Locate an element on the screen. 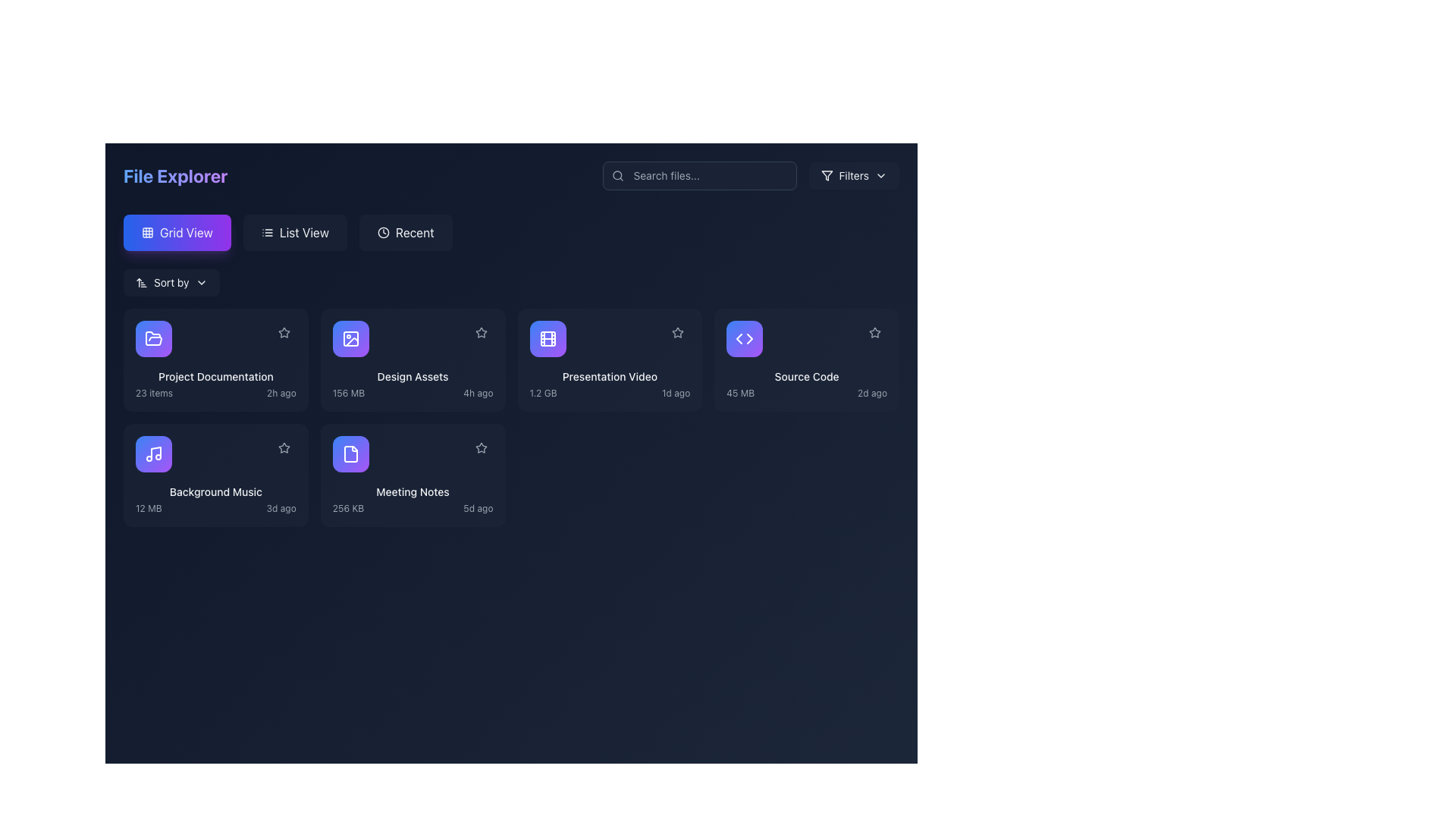 The width and height of the screenshot is (1456, 819). the favorite button located in the top-right corner of the first card, adjacent to the 'Project Documentation' text, to observe the hover effect is located at coordinates (284, 332).